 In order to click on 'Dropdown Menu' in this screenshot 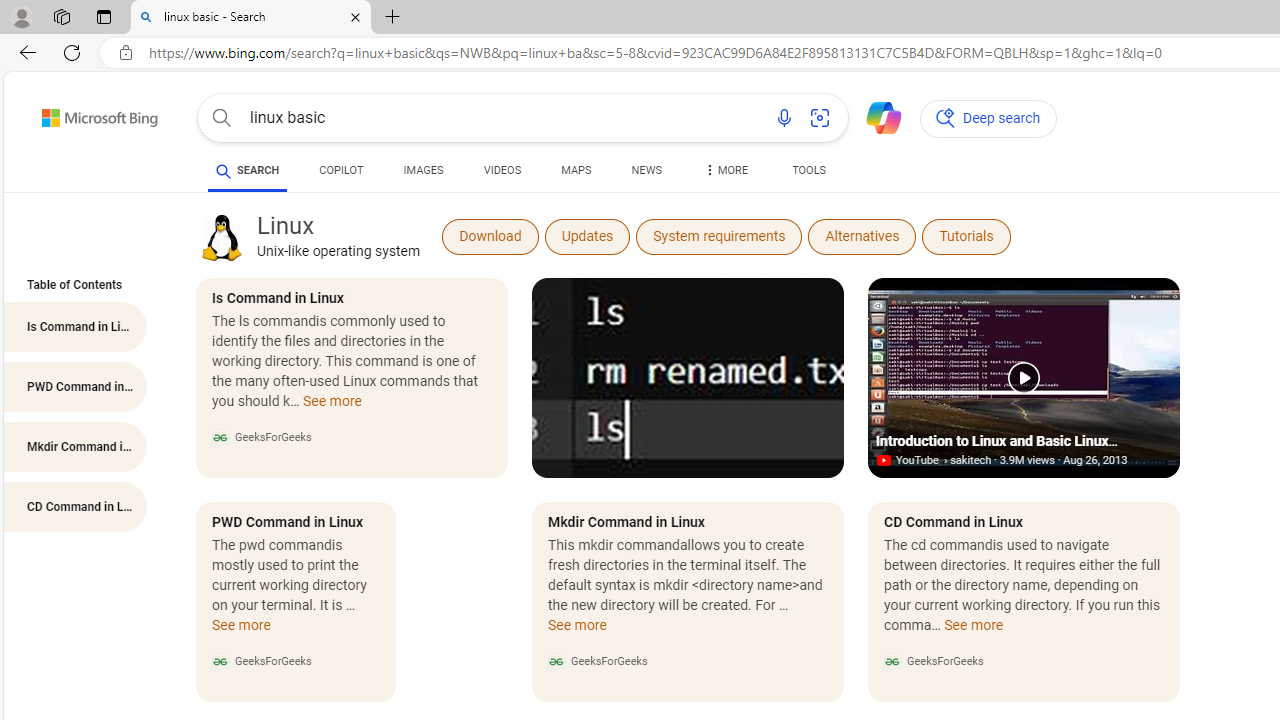, I will do `click(723, 170)`.